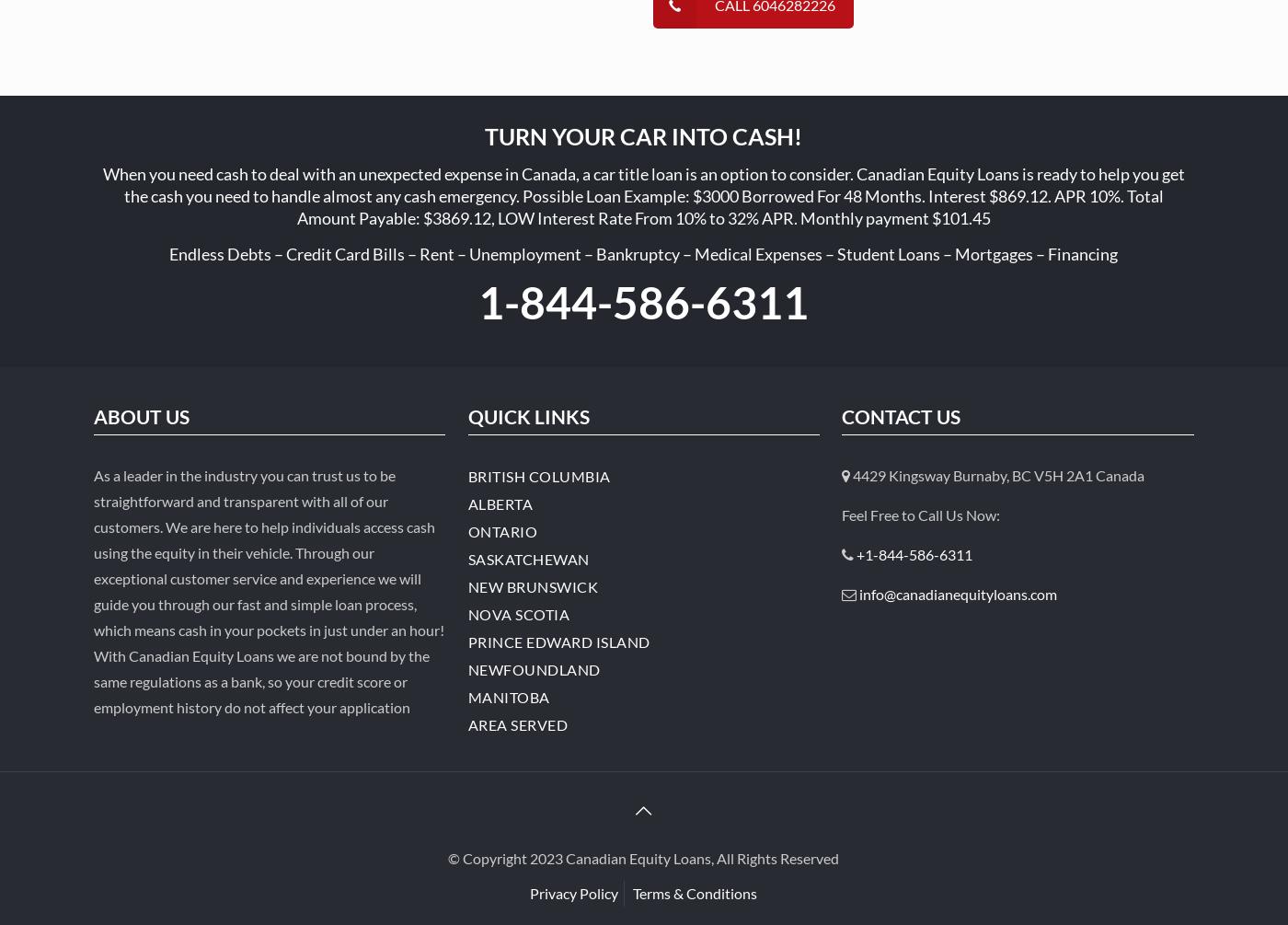 The image size is (1288, 925). I want to click on 'Saskatchewan', so click(528, 558).